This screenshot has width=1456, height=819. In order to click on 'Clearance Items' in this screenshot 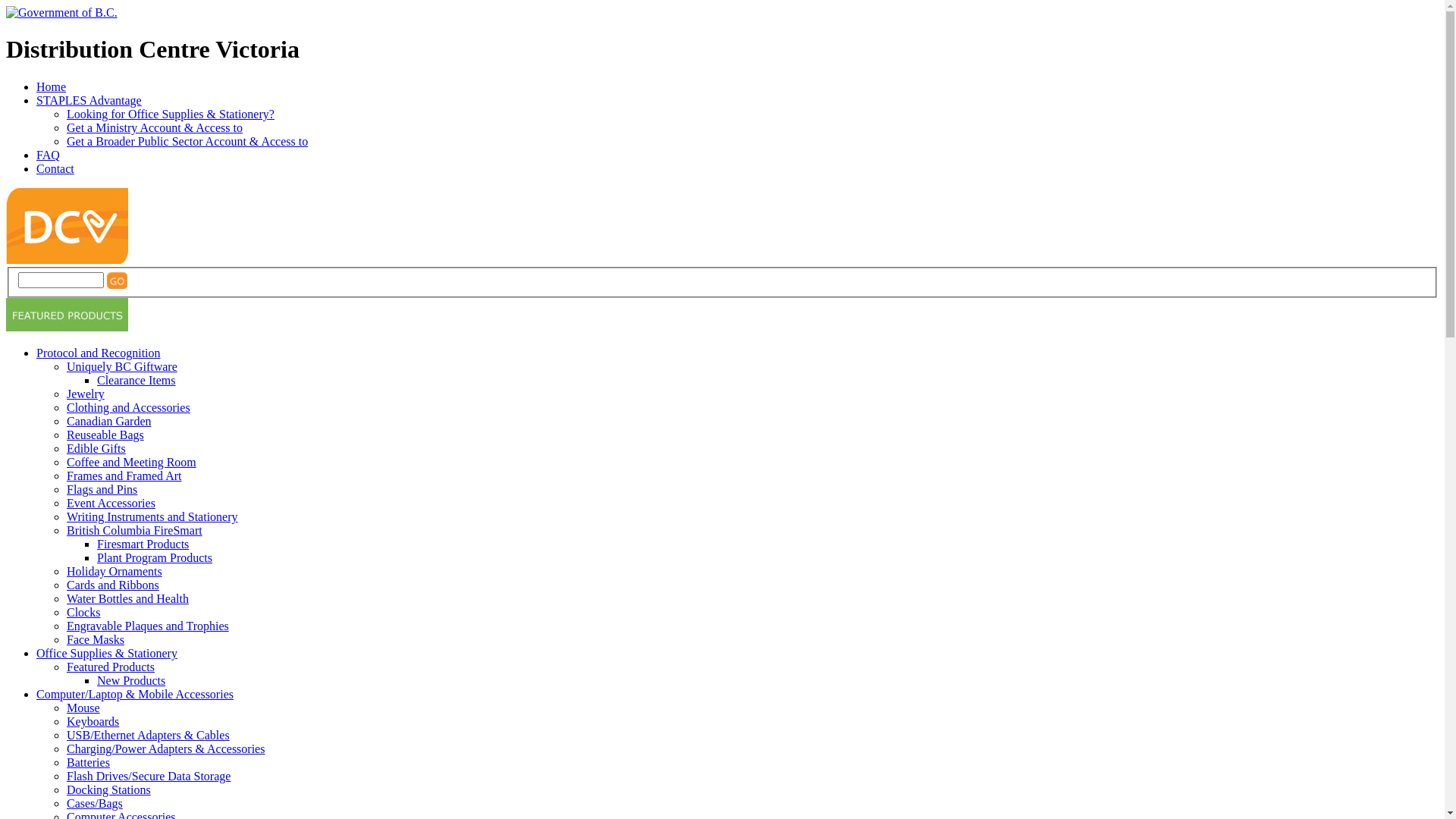, I will do `click(96, 379)`.